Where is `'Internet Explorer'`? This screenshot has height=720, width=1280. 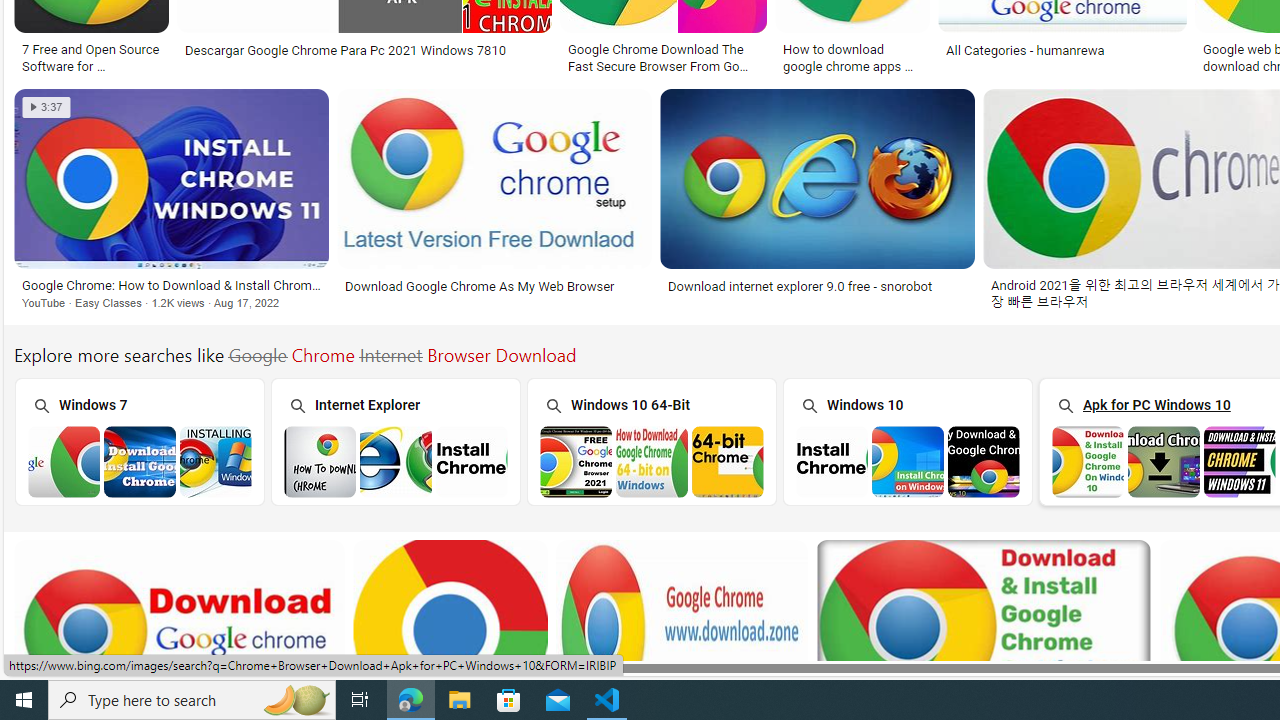
'Internet Explorer' is located at coordinates (395, 440).